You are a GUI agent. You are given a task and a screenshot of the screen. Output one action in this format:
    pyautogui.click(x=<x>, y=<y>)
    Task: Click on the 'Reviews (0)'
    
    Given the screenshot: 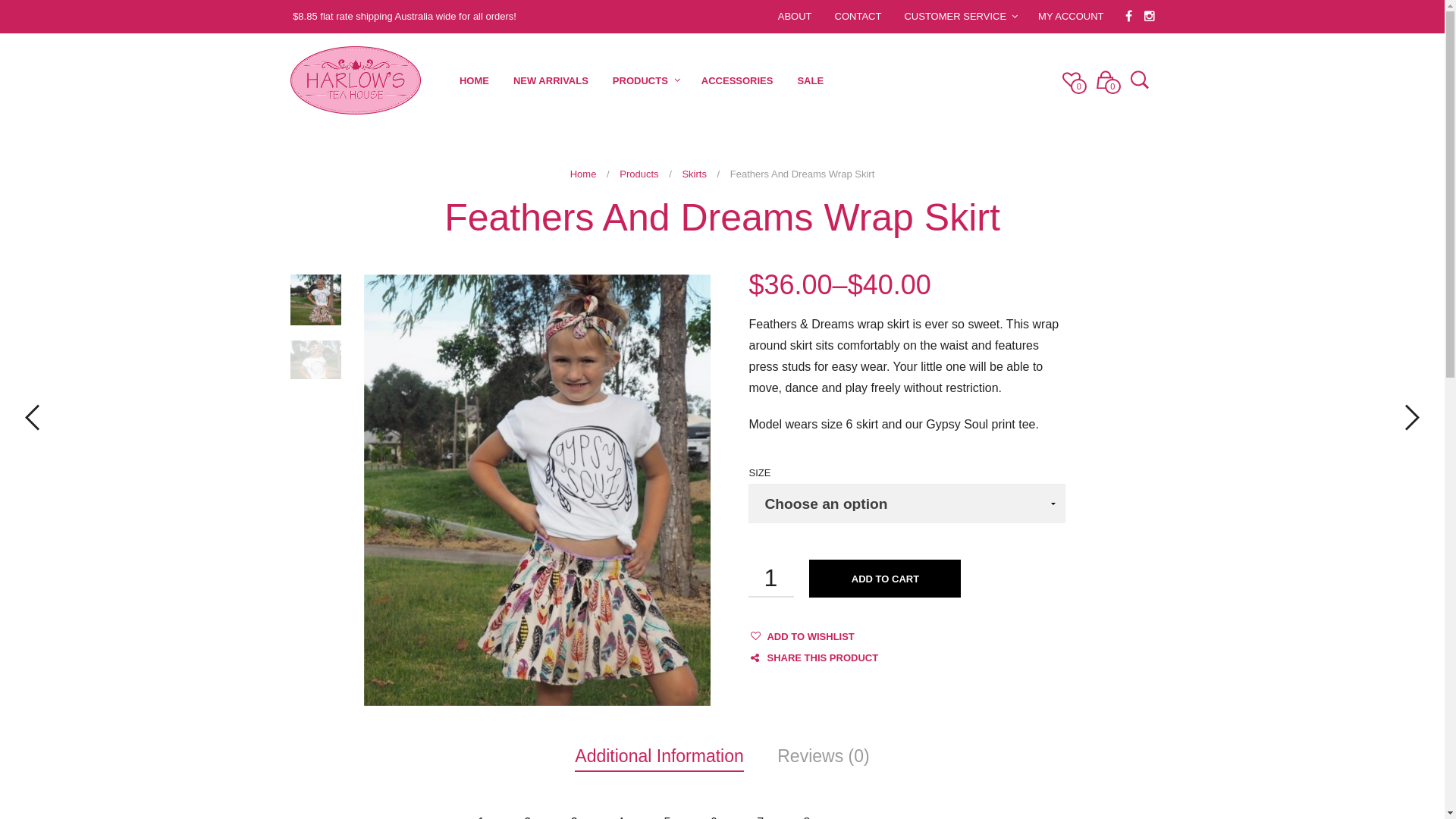 What is the action you would take?
    pyautogui.click(x=822, y=755)
    